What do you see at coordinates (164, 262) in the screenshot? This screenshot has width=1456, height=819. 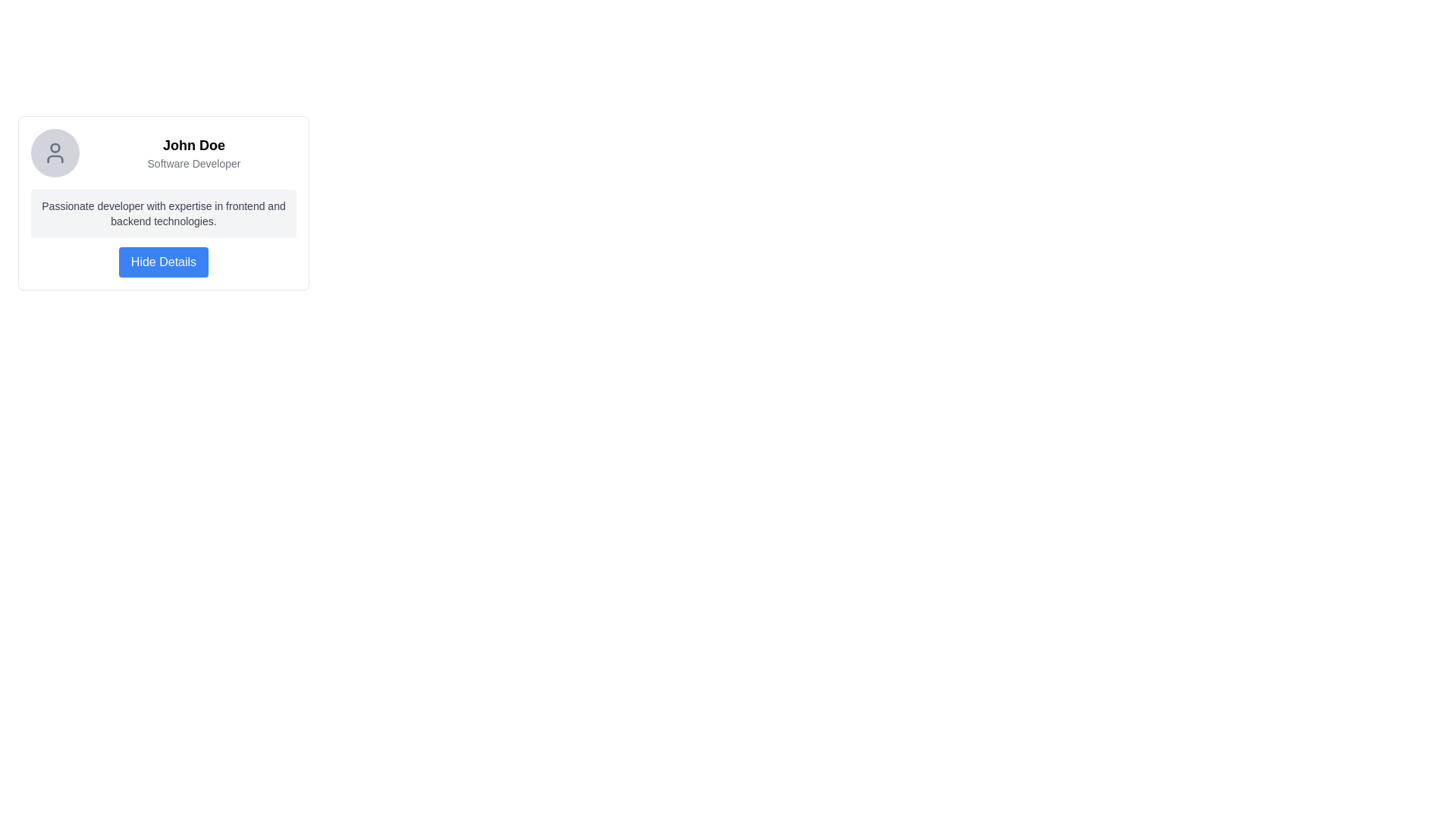 I see `the rectangular button with rounded corners, styled with a blue background and white text reading 'Hide Details'` at bounding box center [164, 262].